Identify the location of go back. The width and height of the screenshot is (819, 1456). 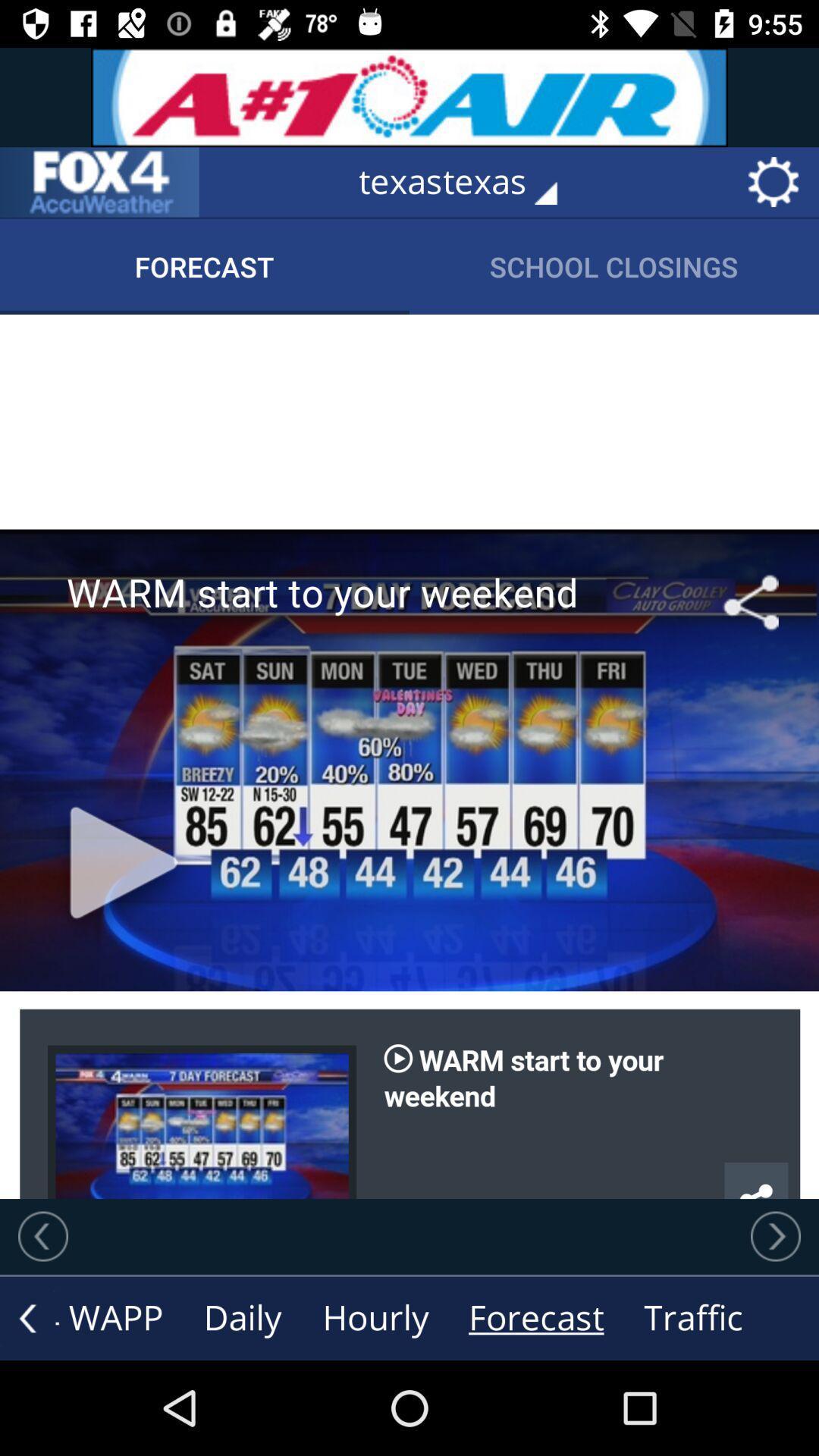
(42, 1236).